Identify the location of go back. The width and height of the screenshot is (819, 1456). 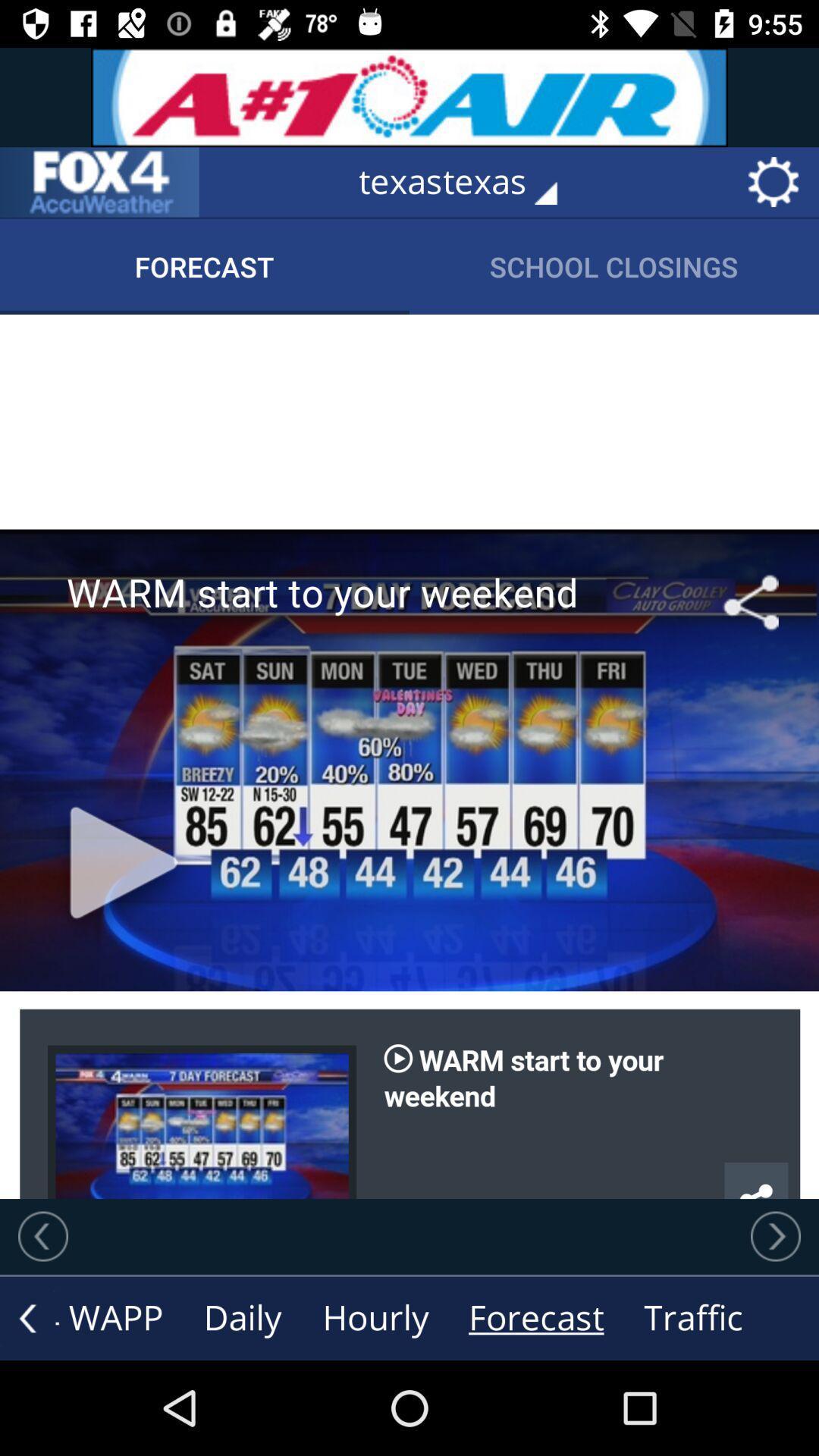
(42, 1236).